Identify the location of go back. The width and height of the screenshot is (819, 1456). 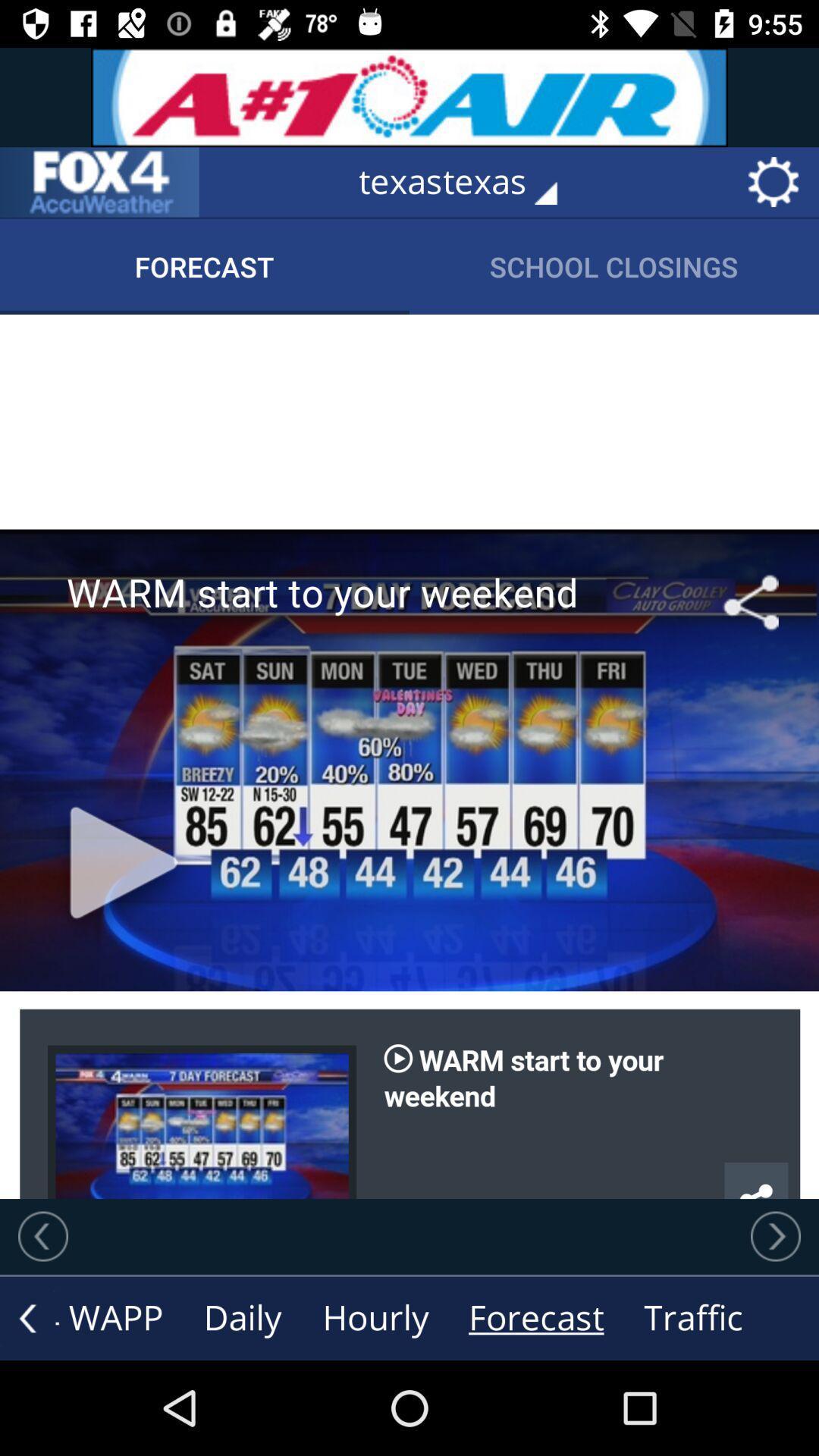
(42, 1236).